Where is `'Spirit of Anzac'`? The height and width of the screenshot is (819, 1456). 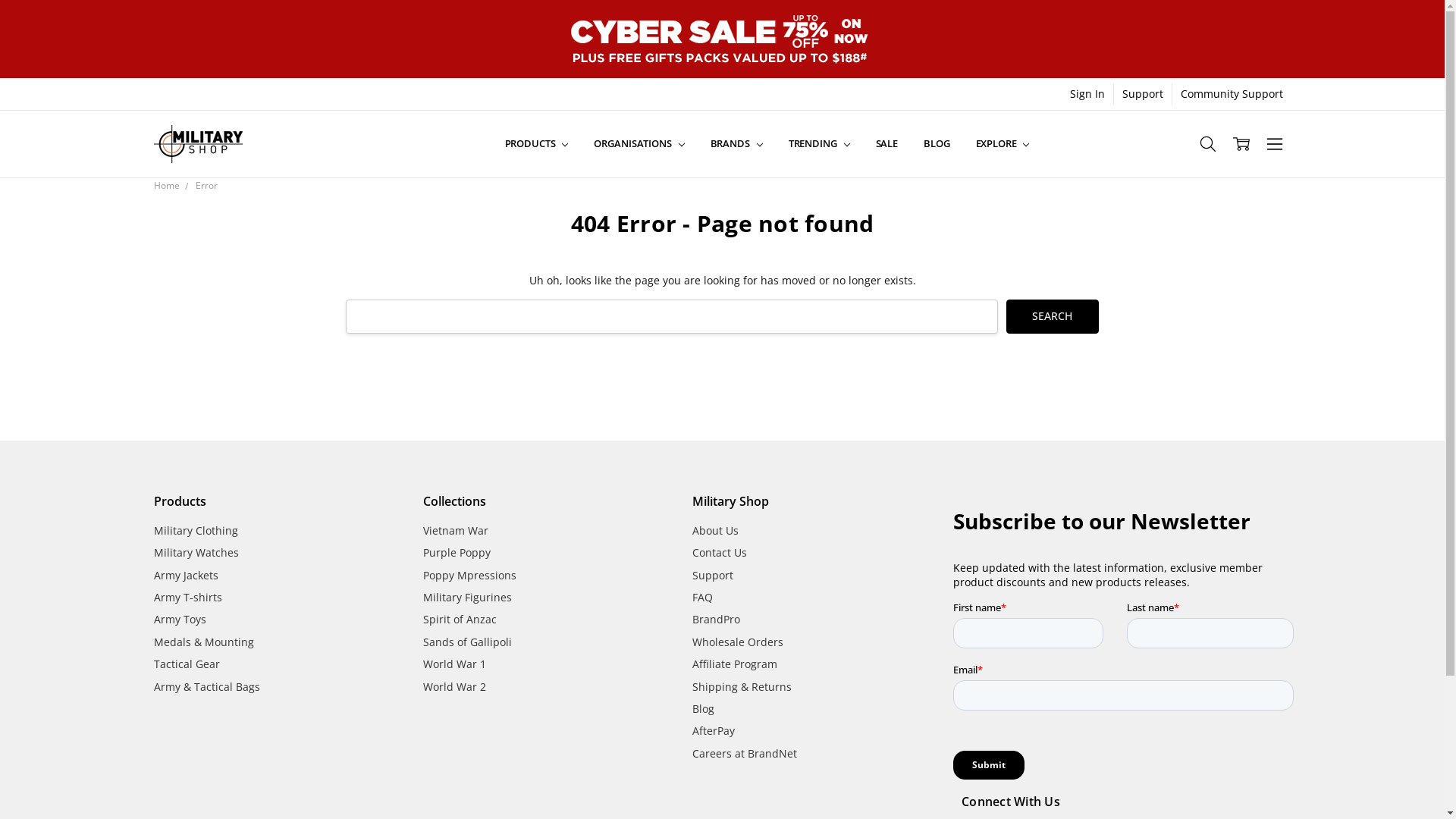 'Spirit of Anzac' is located at coordinates (459, 619).